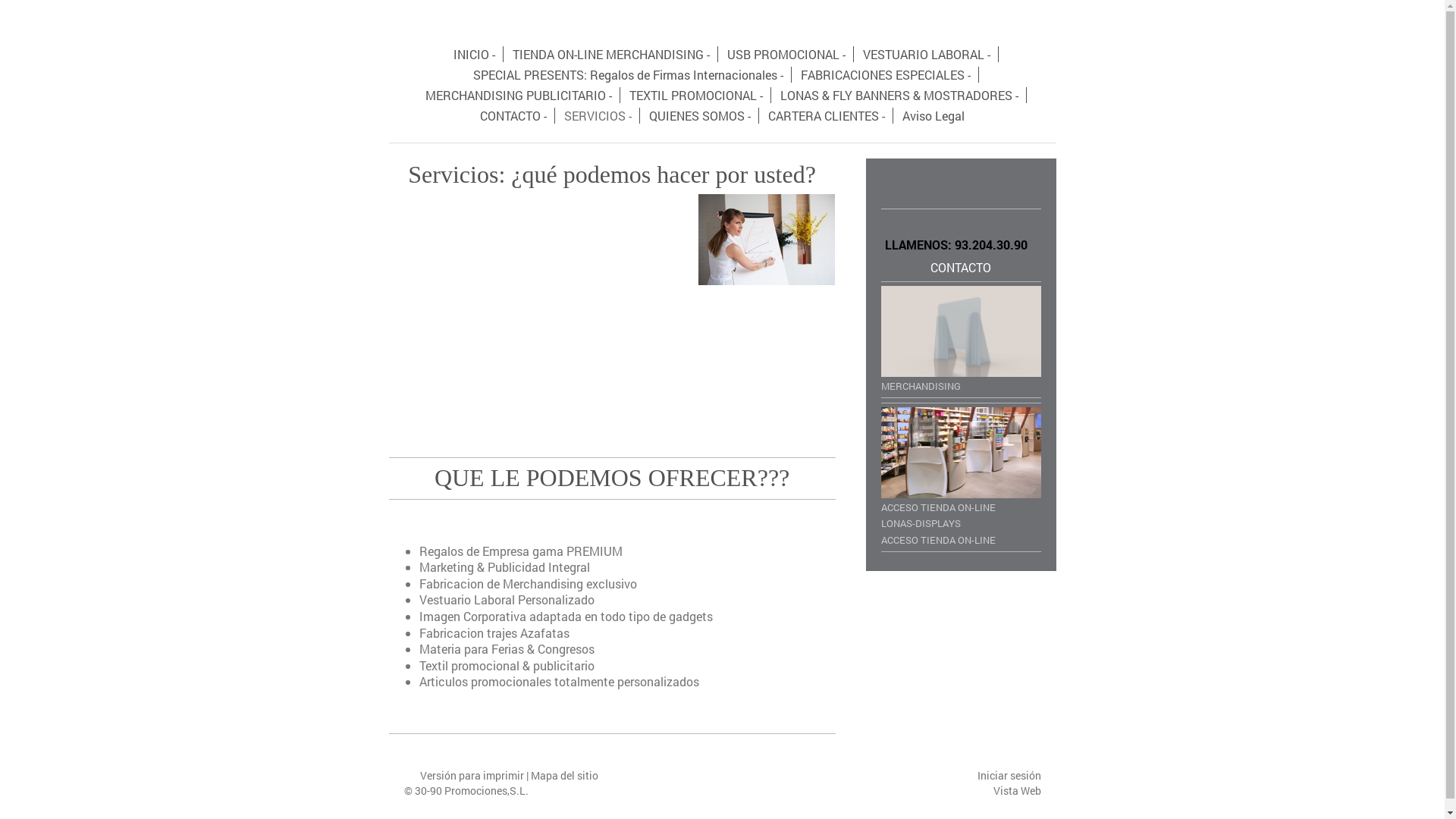  Describe the element at coordinates (695, 95) in the screenshot. I see `'TEXTIL PROMOCIONAL -'` at that location.